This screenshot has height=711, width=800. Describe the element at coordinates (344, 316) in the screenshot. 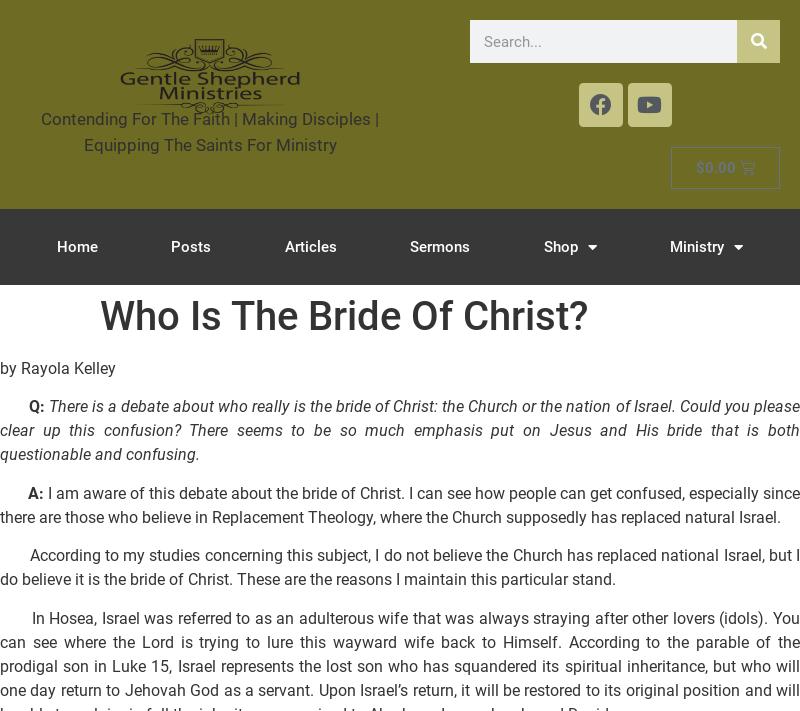

I see `'Who Is The Bride Of Christ?'` at that location.